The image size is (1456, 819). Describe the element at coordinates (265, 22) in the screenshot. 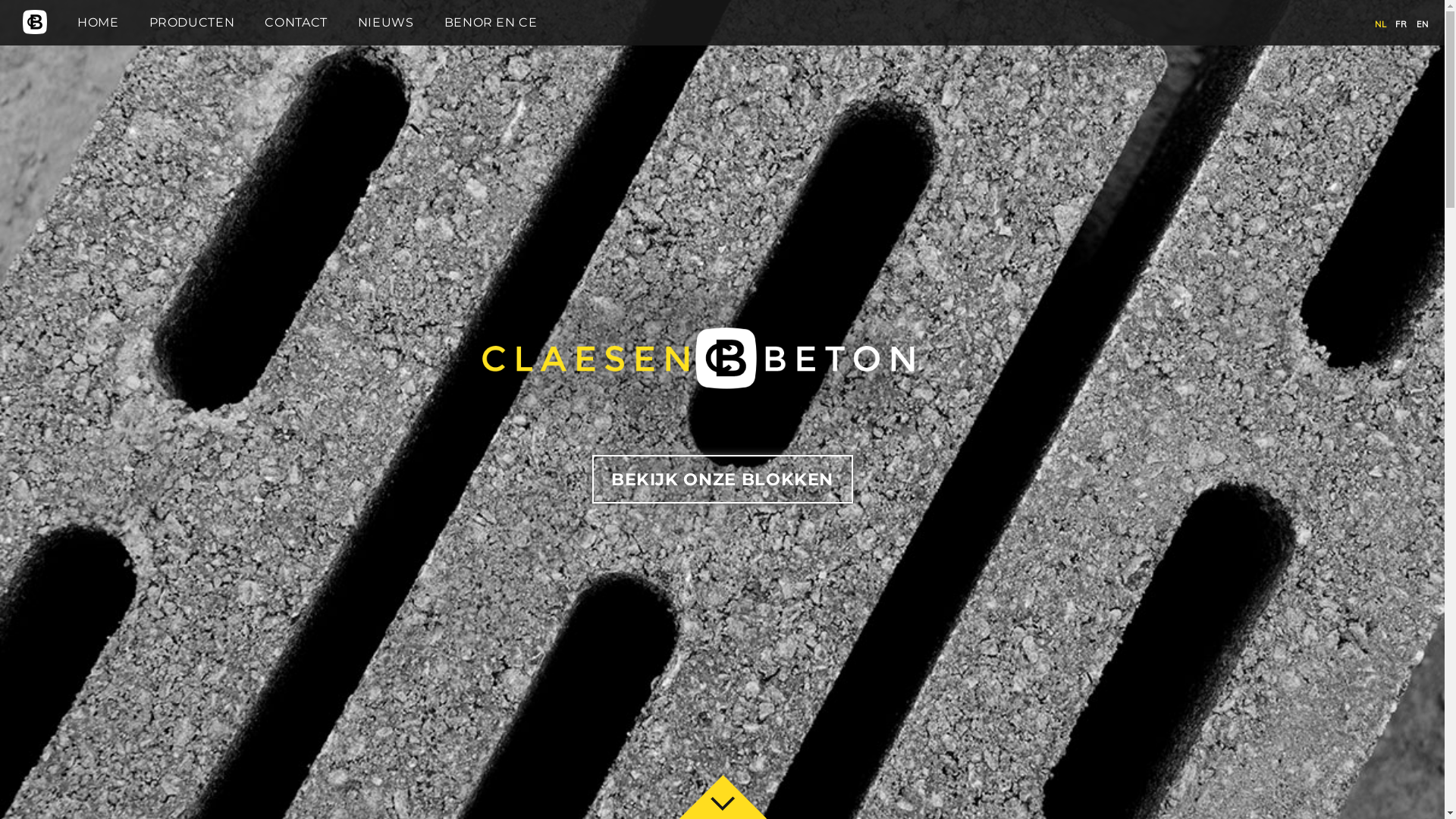

I see `'CONTACT'` at that location.